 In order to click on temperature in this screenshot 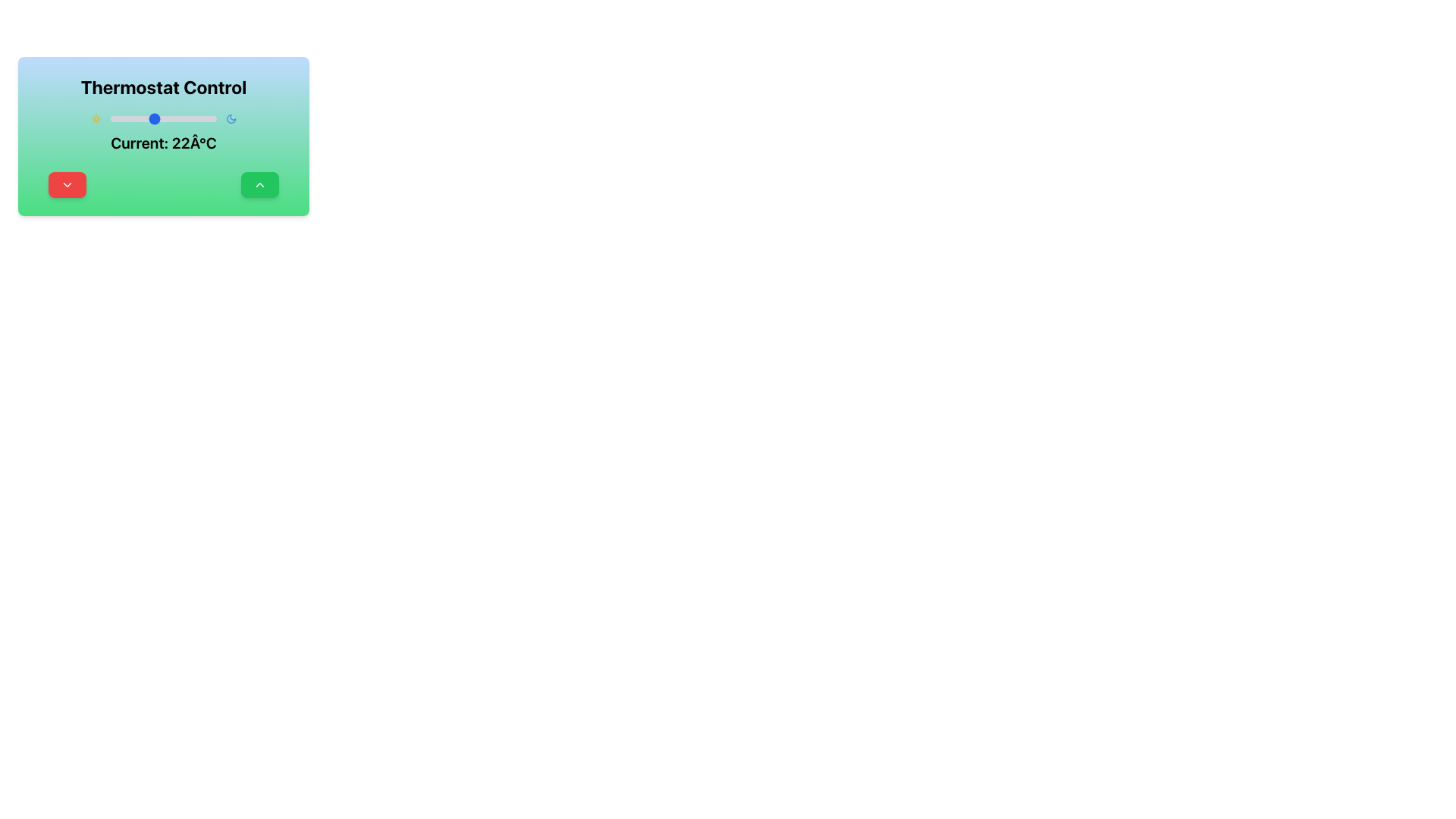, I will do `click(146, 118)`.